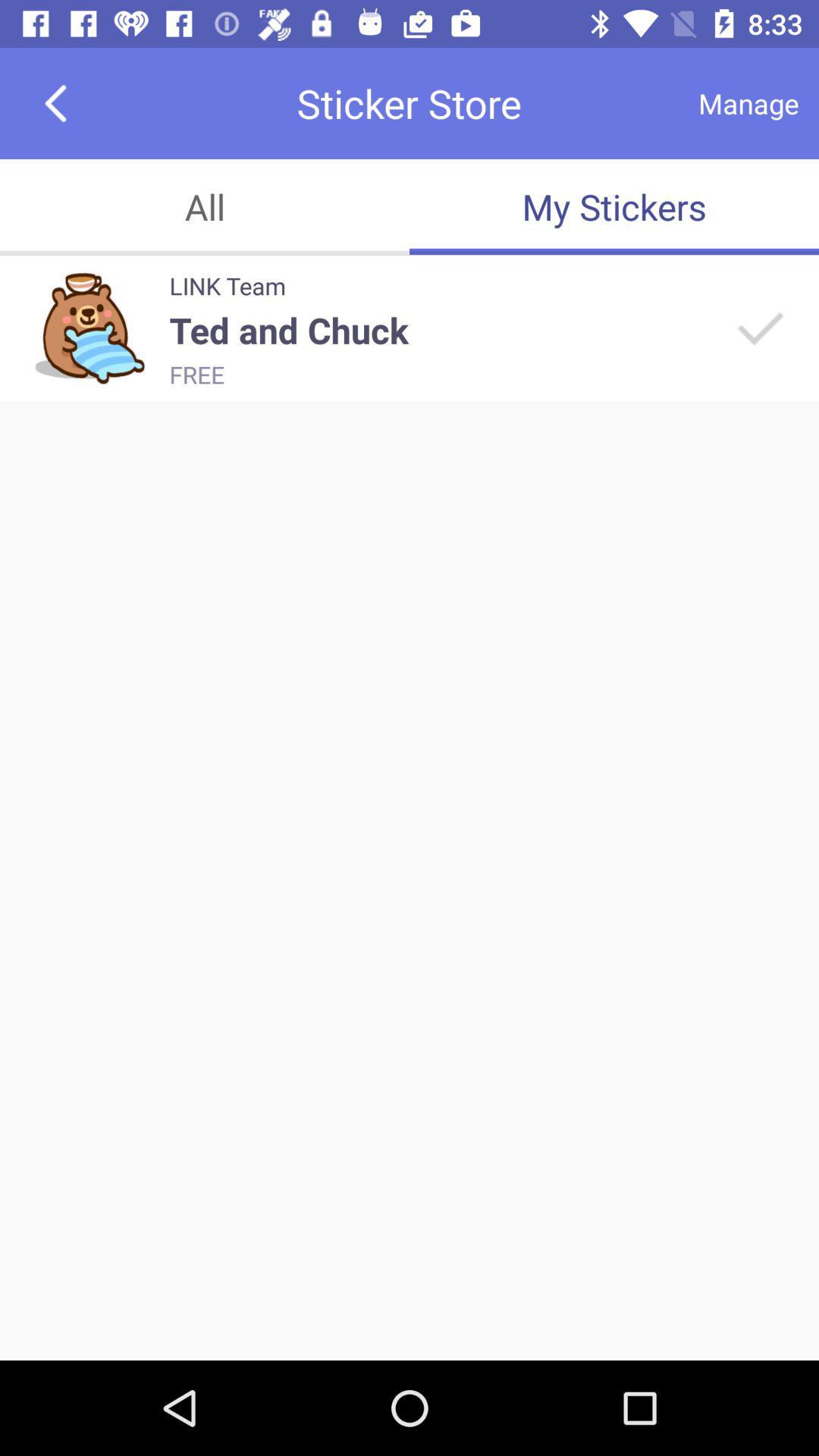  I want to click on the icon next to sticker store item, so click(748, 102).